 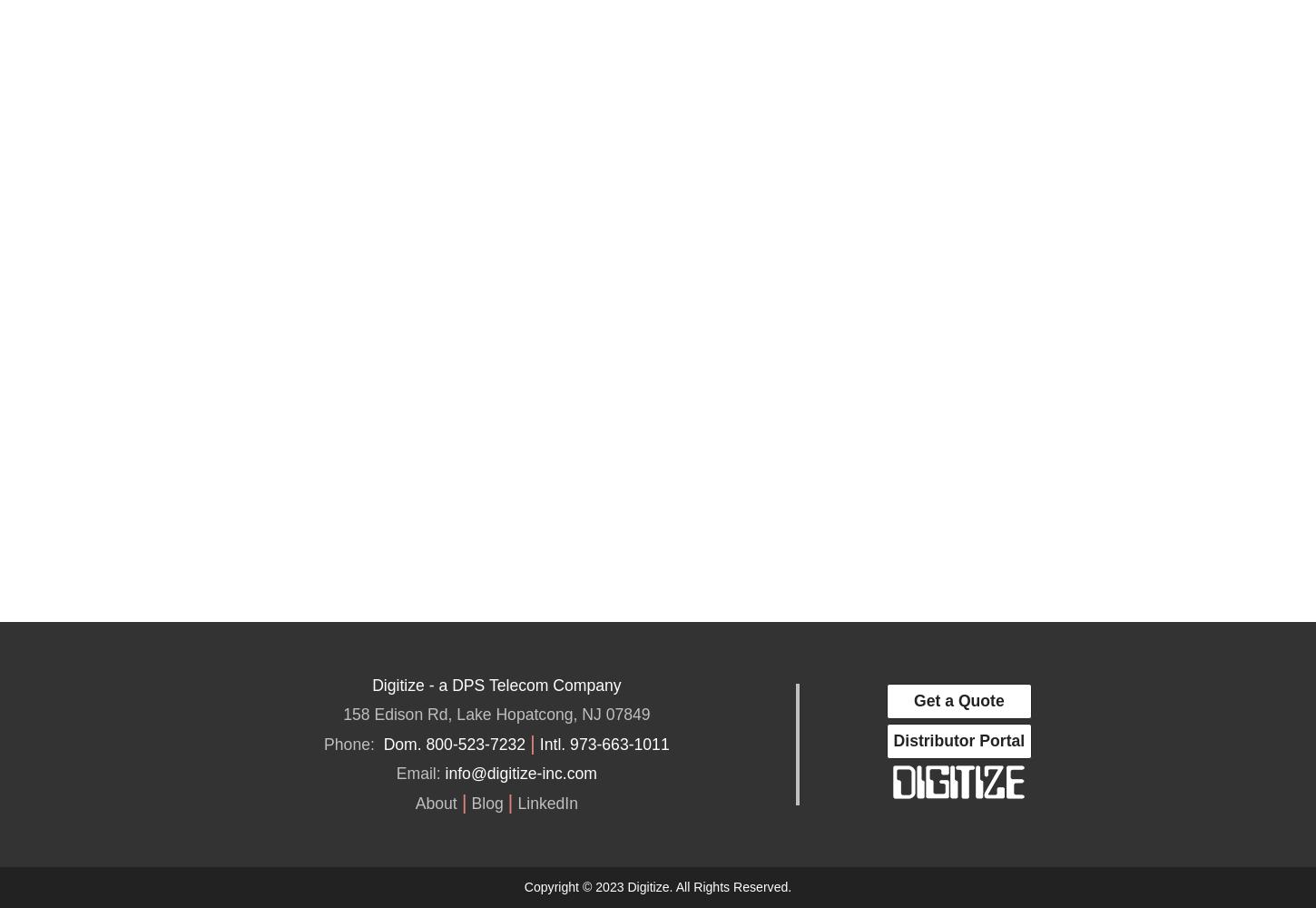 I want to click on 'Phone:', so click(x=350, y=743).